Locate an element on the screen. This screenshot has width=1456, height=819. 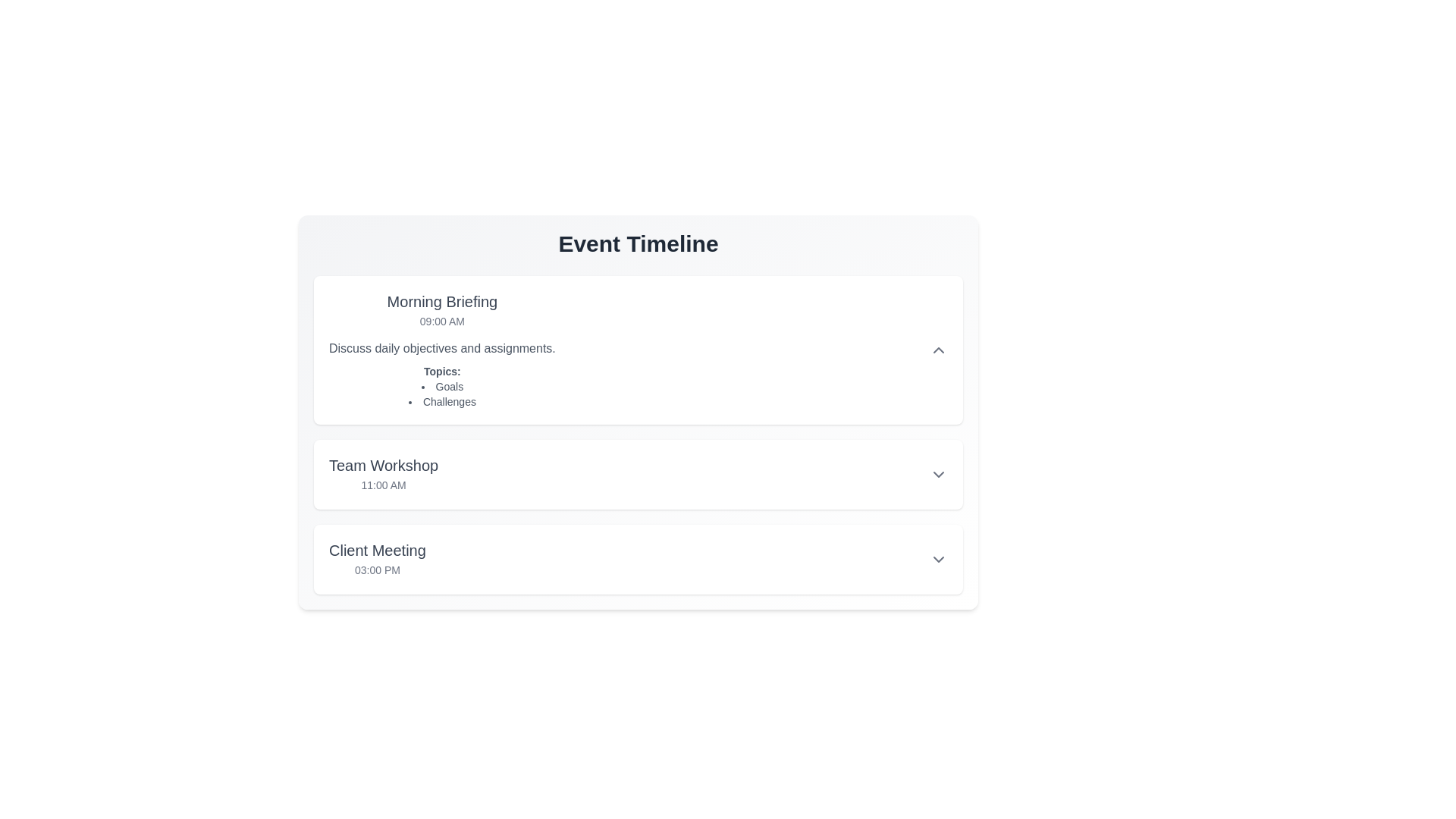
the Interactive Icon at the far right end of the 'Client Meeting' row is located at coordinates (938, 559).